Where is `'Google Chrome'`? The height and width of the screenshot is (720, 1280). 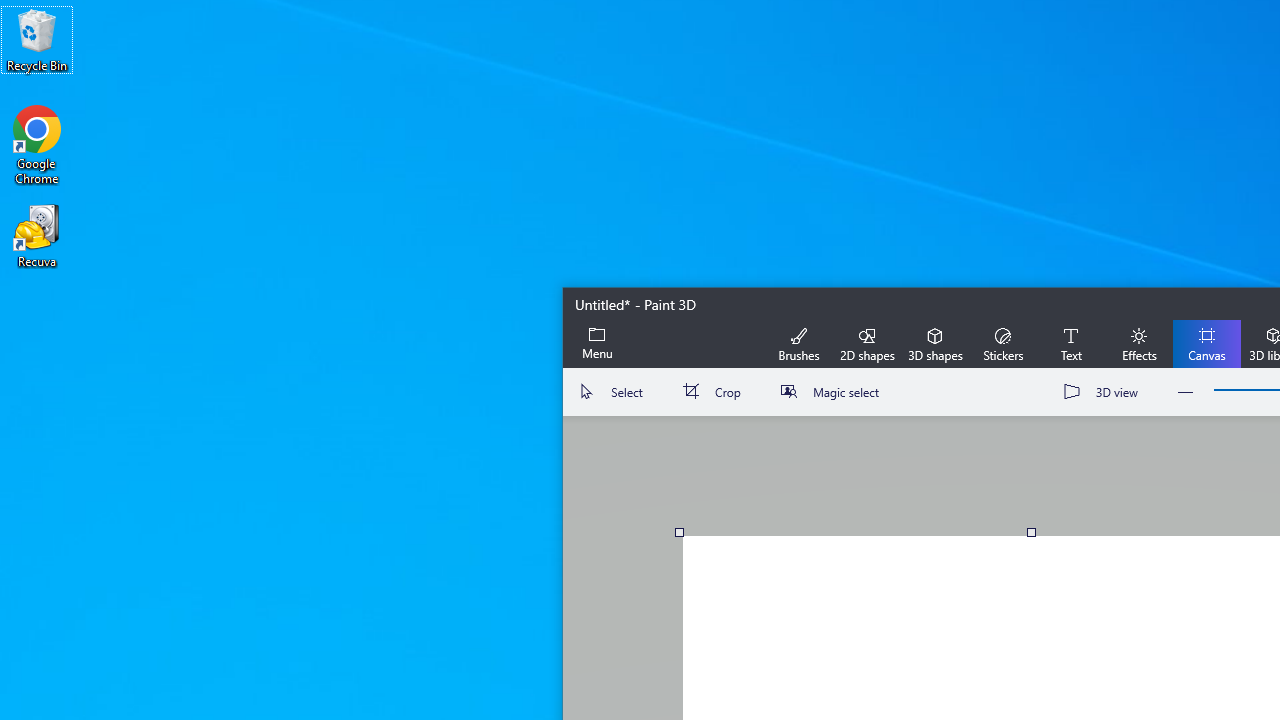
'Google Chrome' is located at coordinates (37, 144).